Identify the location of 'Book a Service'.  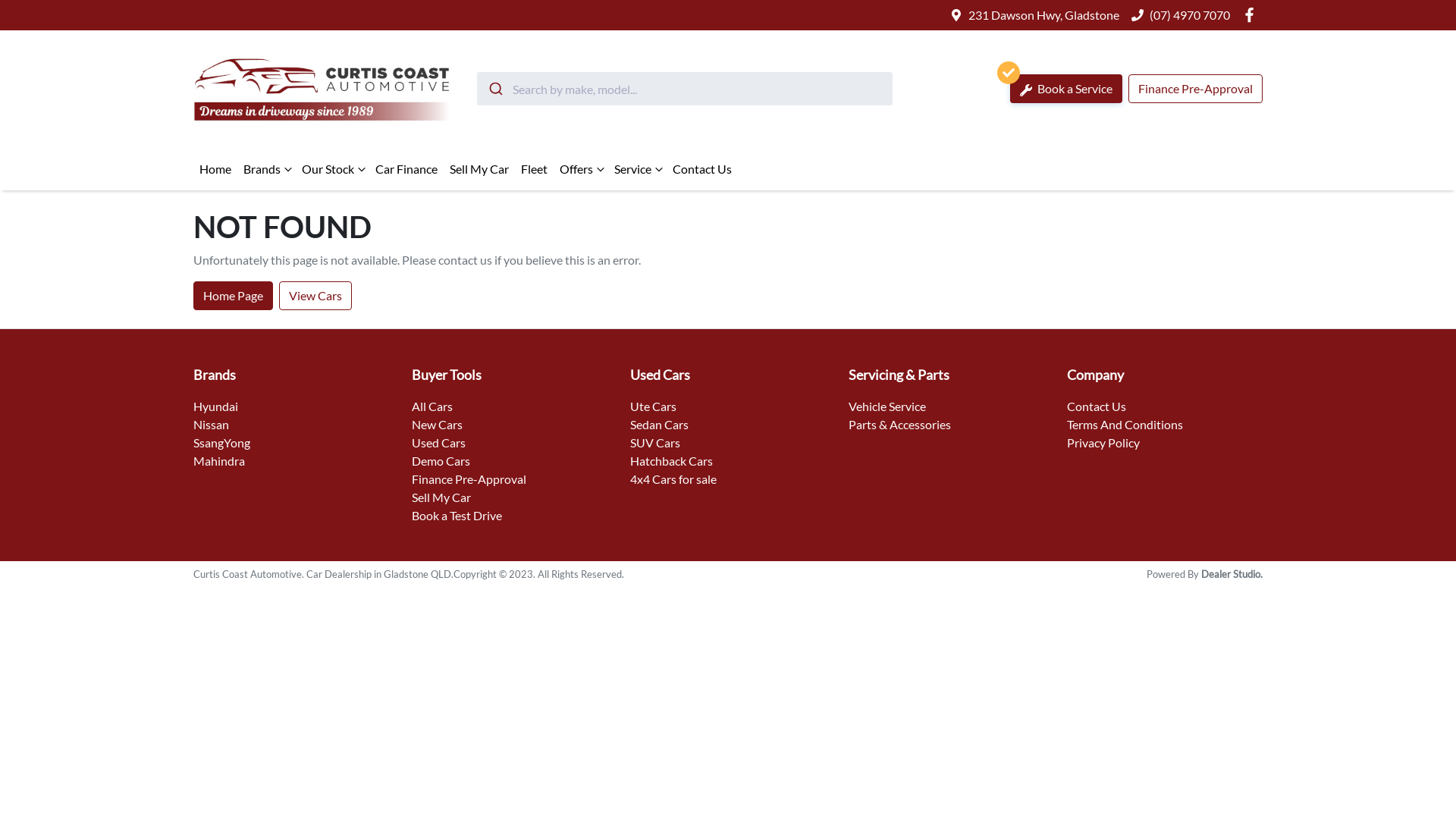
(1065, 88).